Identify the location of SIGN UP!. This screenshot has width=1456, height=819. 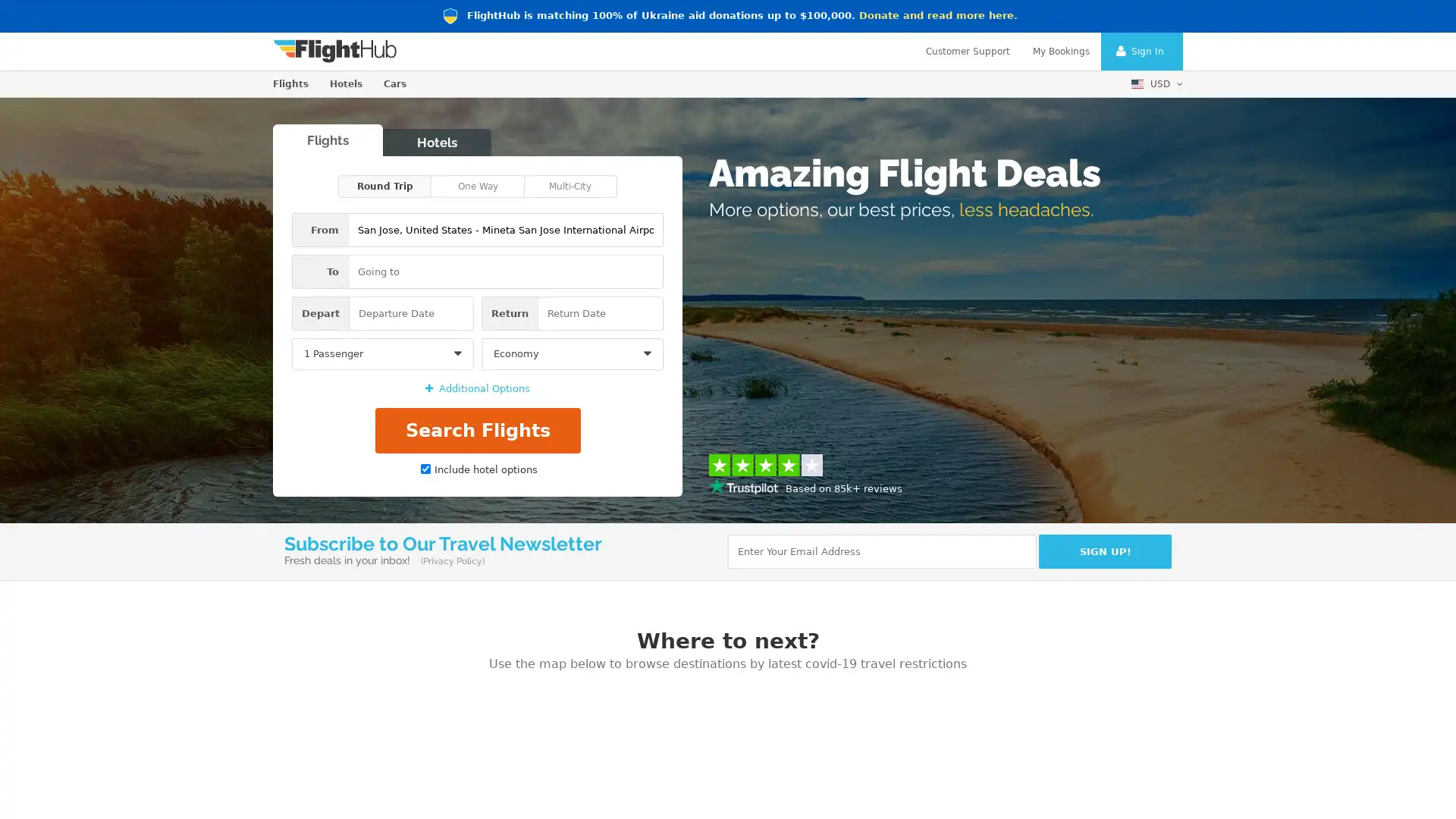
(1105, 551).